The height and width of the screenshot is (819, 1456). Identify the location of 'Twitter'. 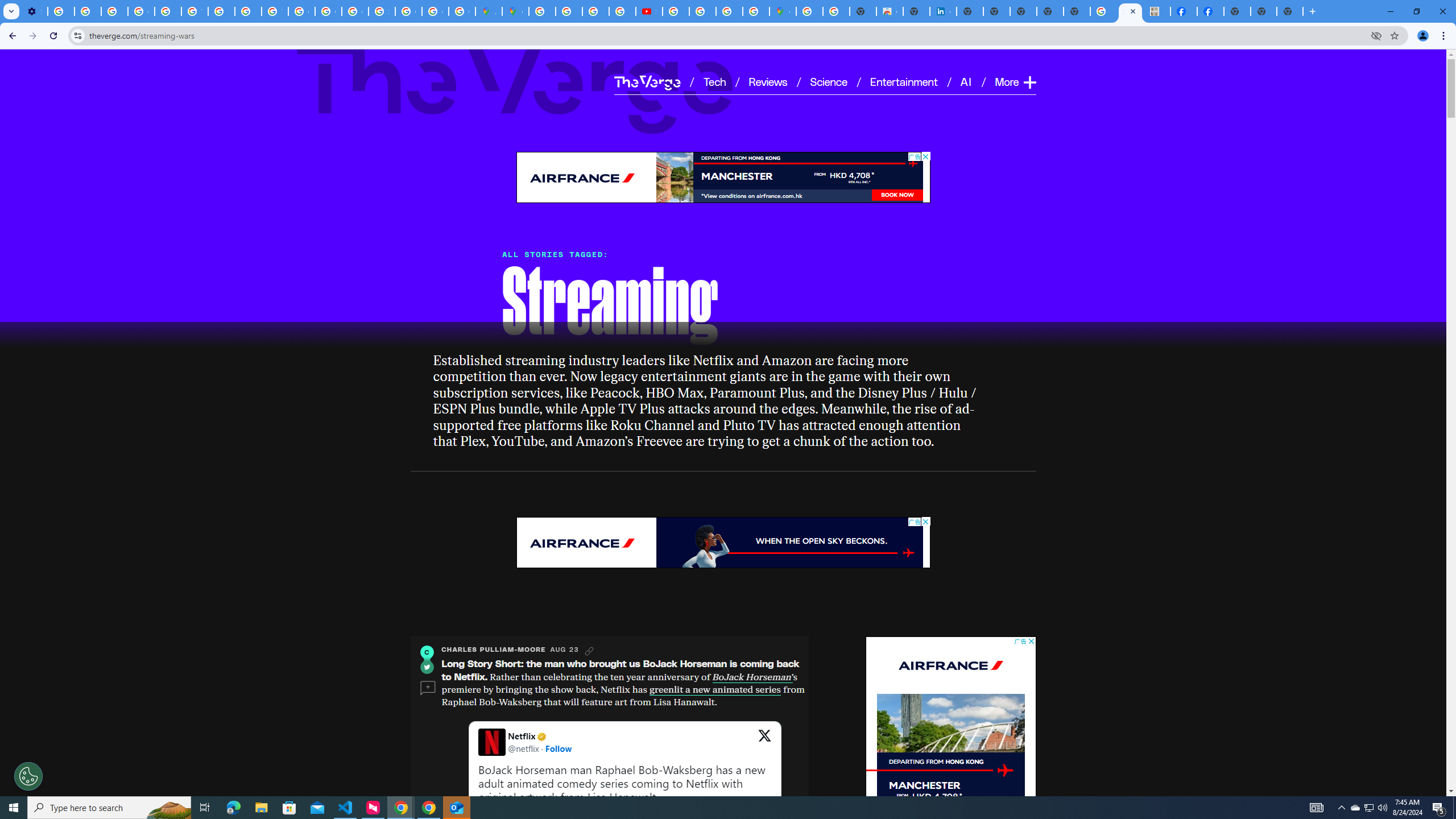
(427, 667).